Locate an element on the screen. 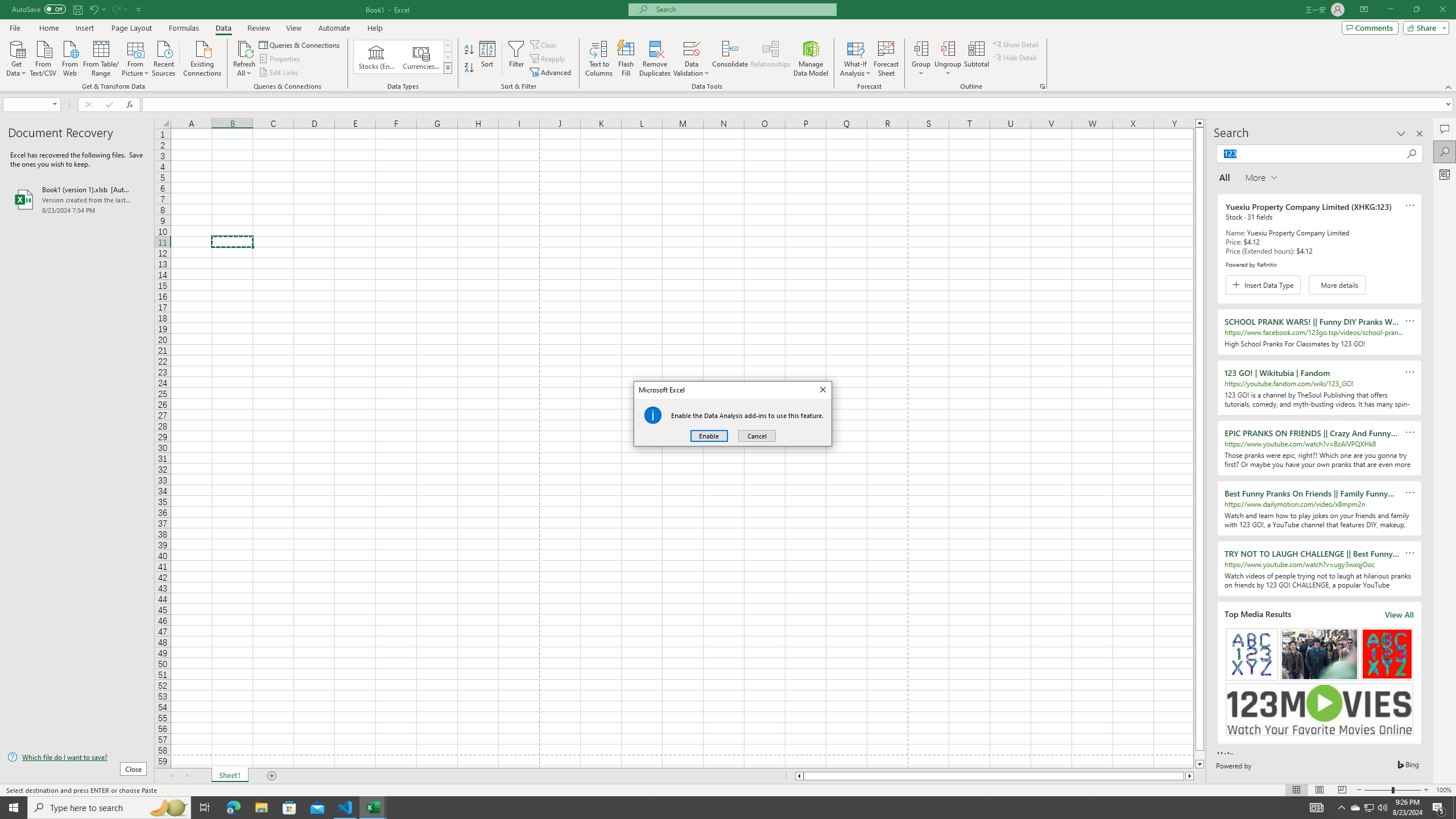  'Microsoft Edge' is located at coordinates (233, 806).